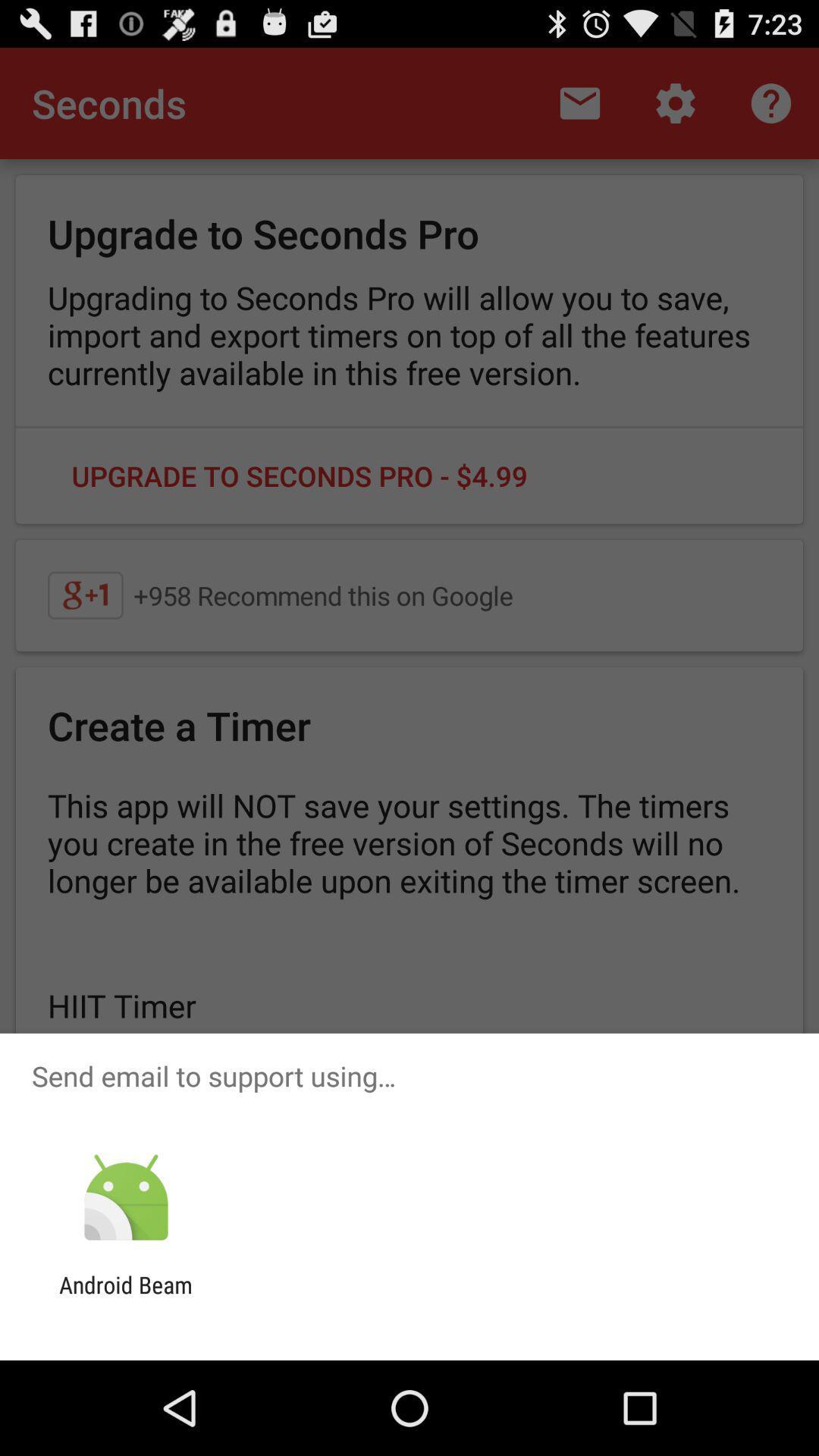  I want to click on android beam app, so click(125, 1298).